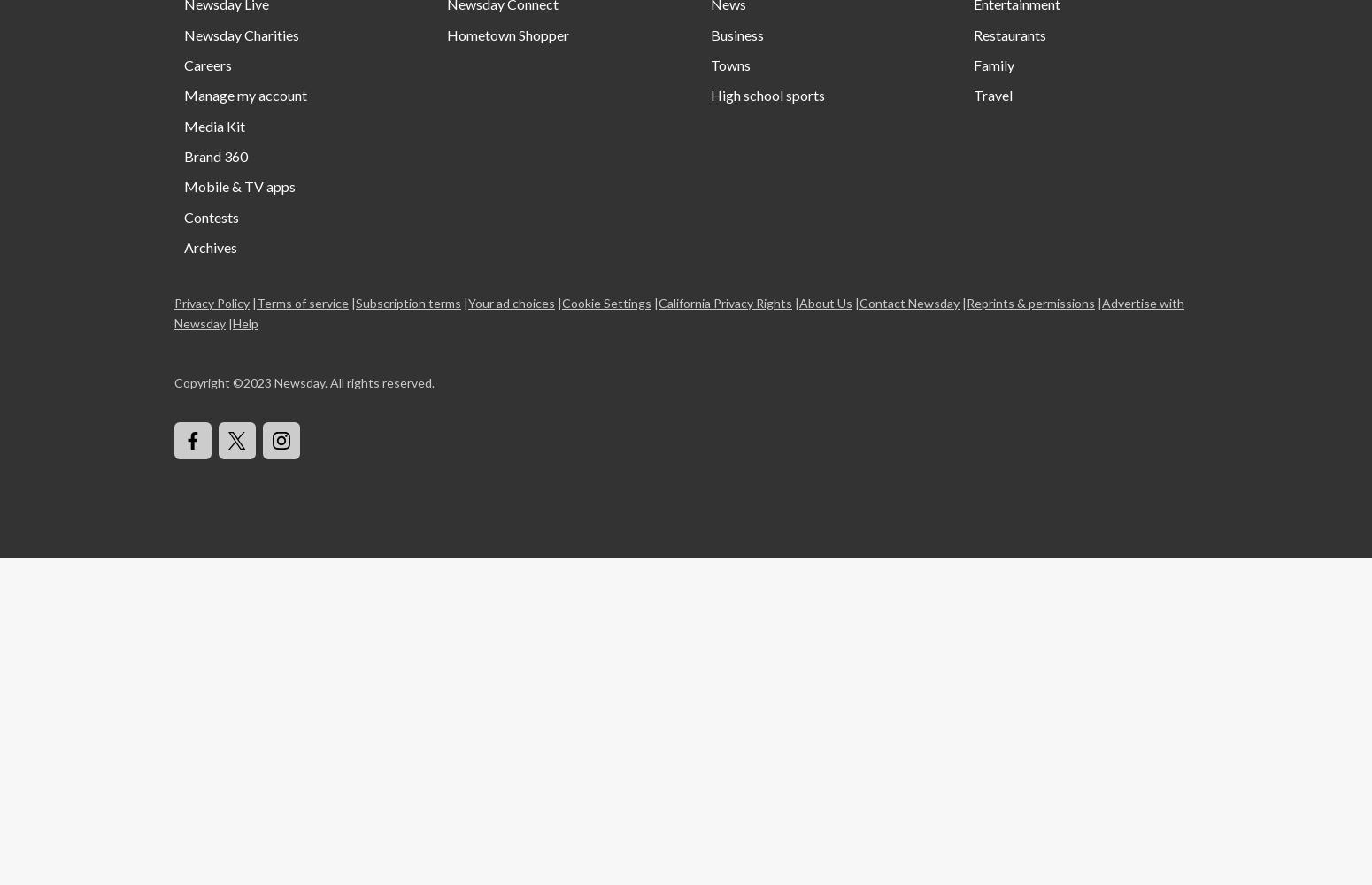 The height and width of the screenshot is (885, 1372). What do you see at coordinates (210, 247) in the screenshot?
I see `'Archives'` at bounding box center [210, 247].